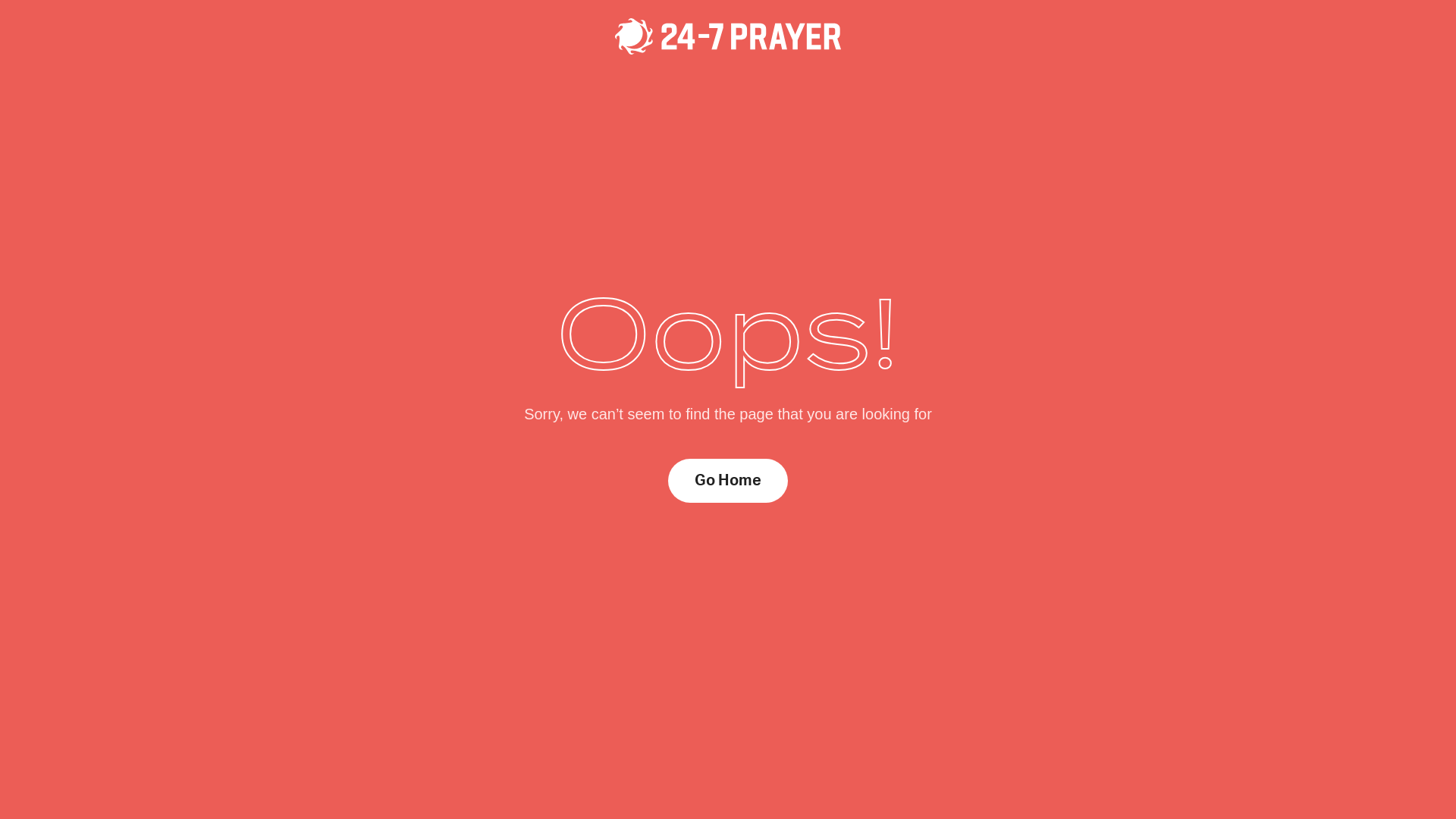  Describe the element at coordinates (728, 480) in the screenshot. I see `'Go Home'` at that location.